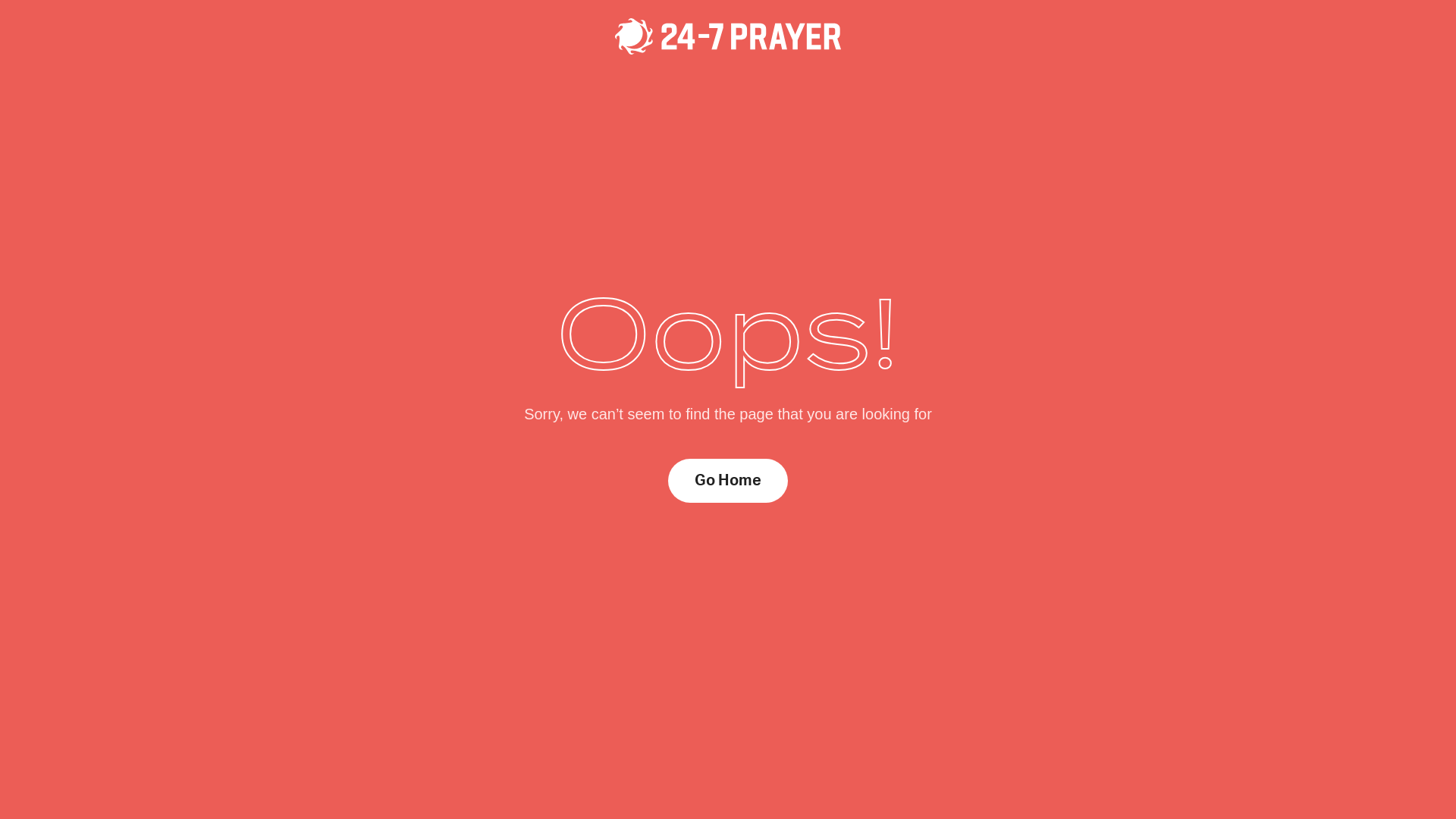  Describe the element at coordinates (728, 480) in the screenshot. I see `'Go Home'` at that location.